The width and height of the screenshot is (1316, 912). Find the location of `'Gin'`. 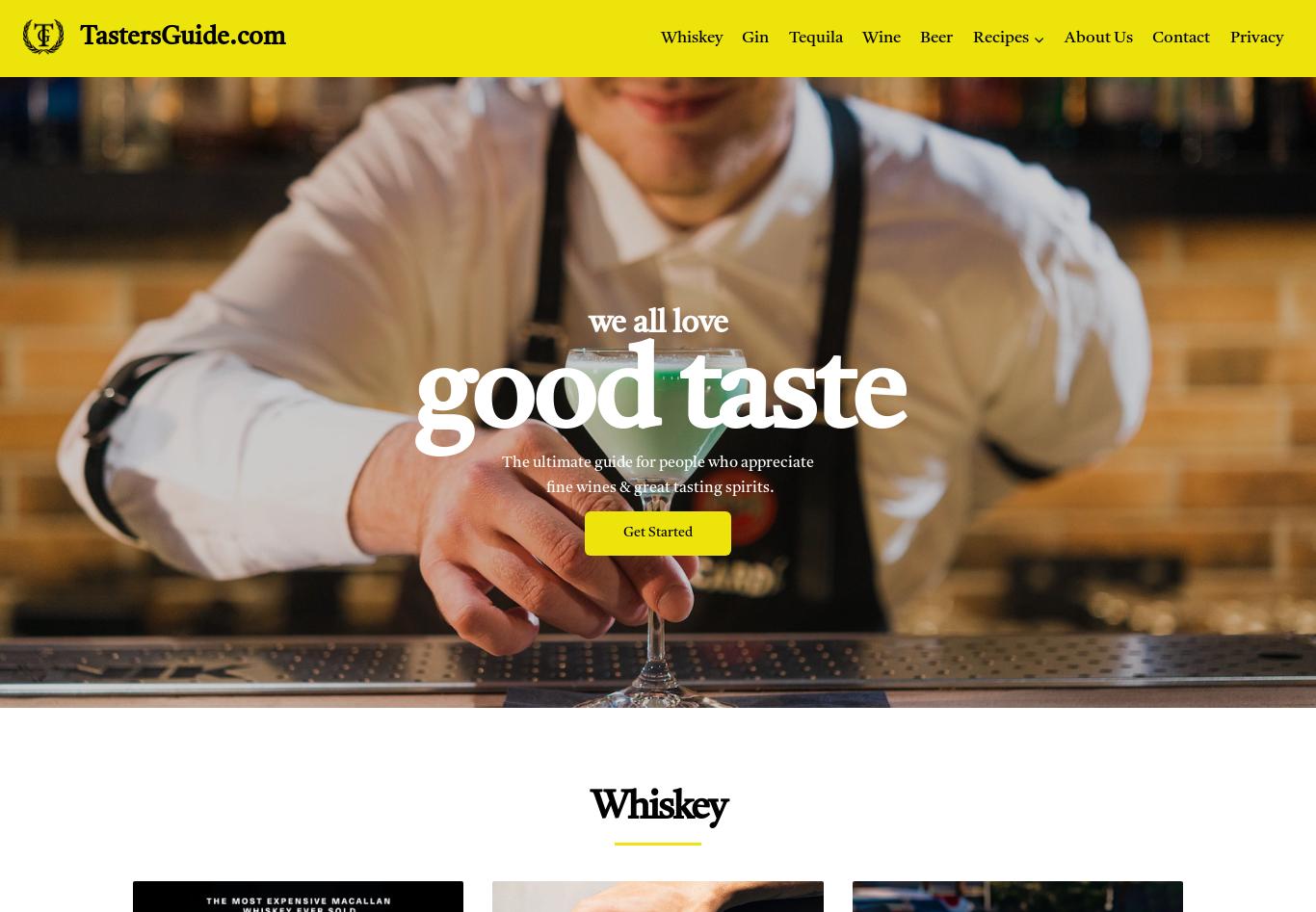

'Gin' is located at coordinates (742, 38).